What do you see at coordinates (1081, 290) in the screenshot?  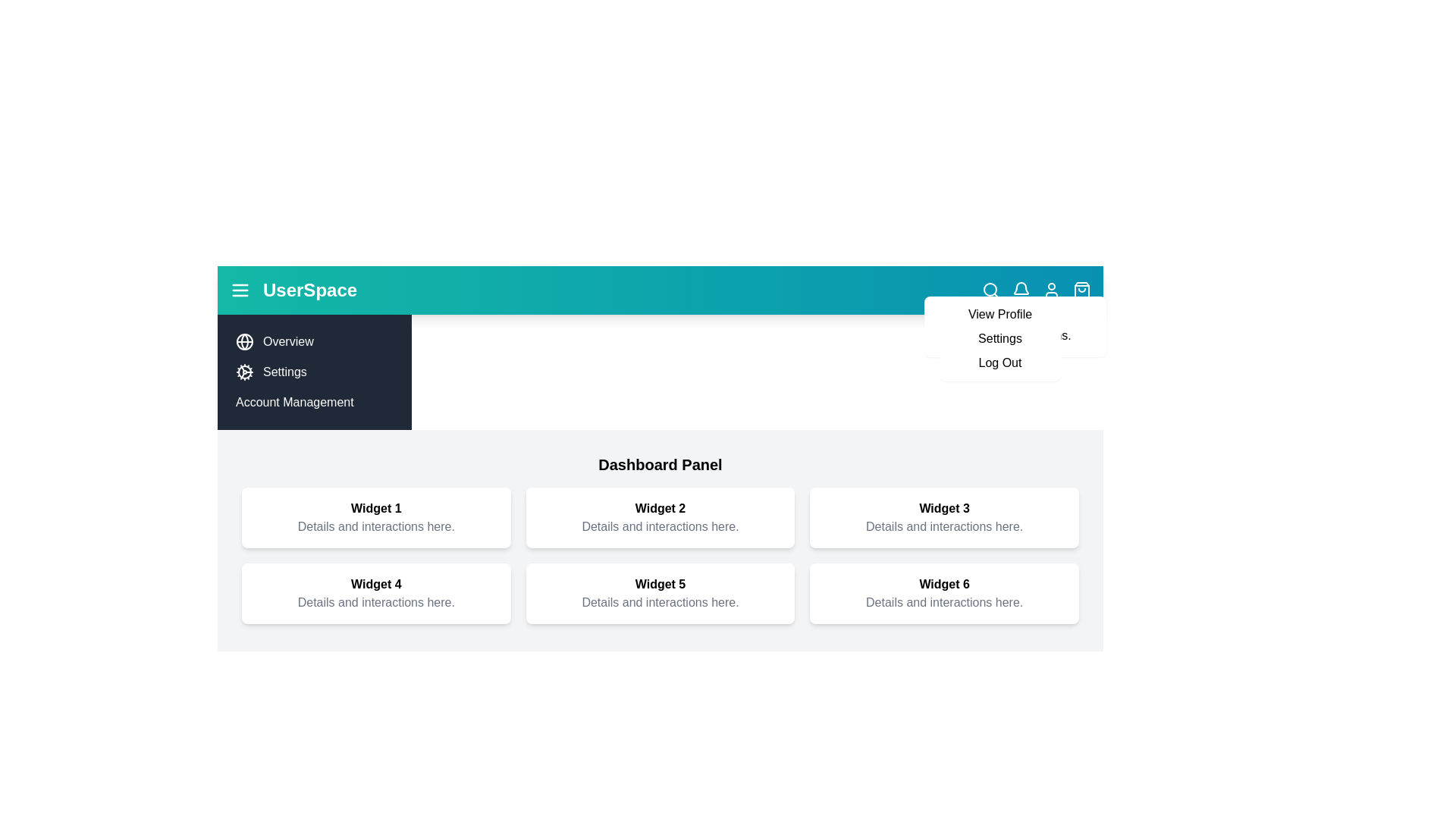 I see `the shopping bag icon, which is the fifth icon from the left in the top navigation bar` at bounding box center [1081, 290].